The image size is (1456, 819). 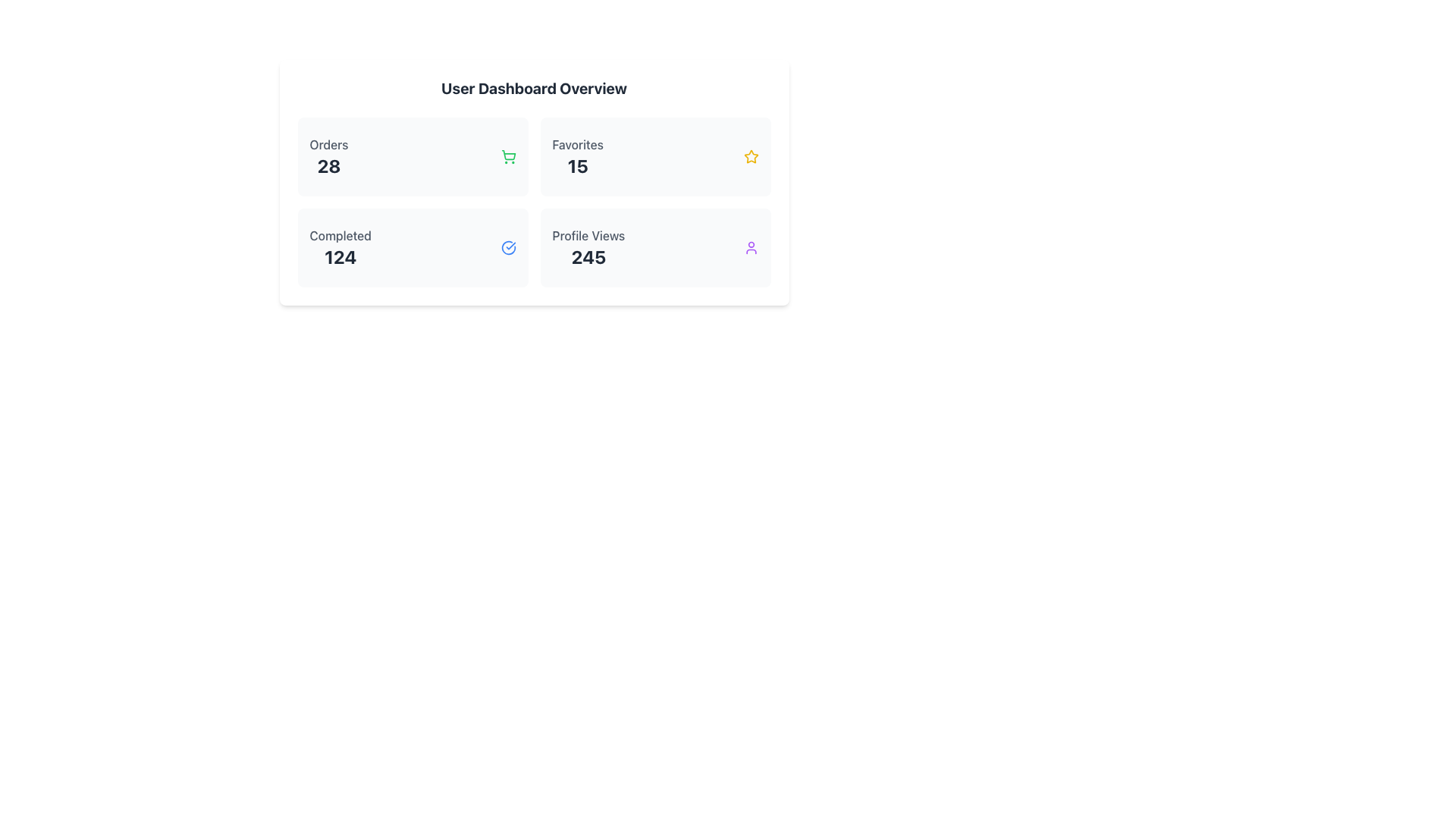 What do you see at coordinates (508, 247) in the screenshot?
I see `the status icon located at the bottom-right corner of the 'Completed 124' card, adjacent to the numeric value '124'` at bounding box center [508, 247].